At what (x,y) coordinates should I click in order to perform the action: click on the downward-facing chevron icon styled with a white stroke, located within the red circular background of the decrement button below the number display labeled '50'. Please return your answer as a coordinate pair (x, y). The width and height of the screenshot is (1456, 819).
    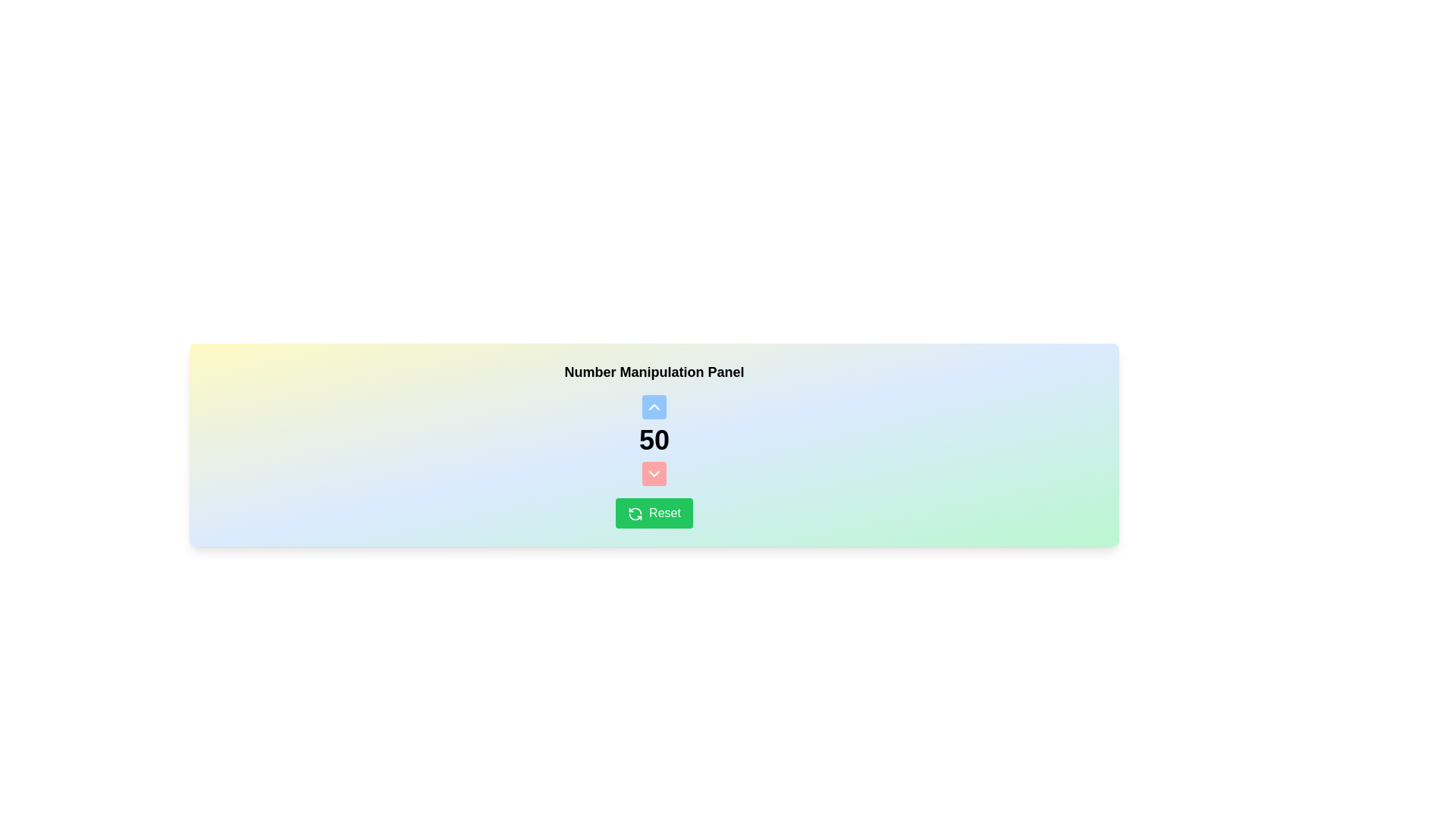
    Looking at the image, I should click on (654, 472).